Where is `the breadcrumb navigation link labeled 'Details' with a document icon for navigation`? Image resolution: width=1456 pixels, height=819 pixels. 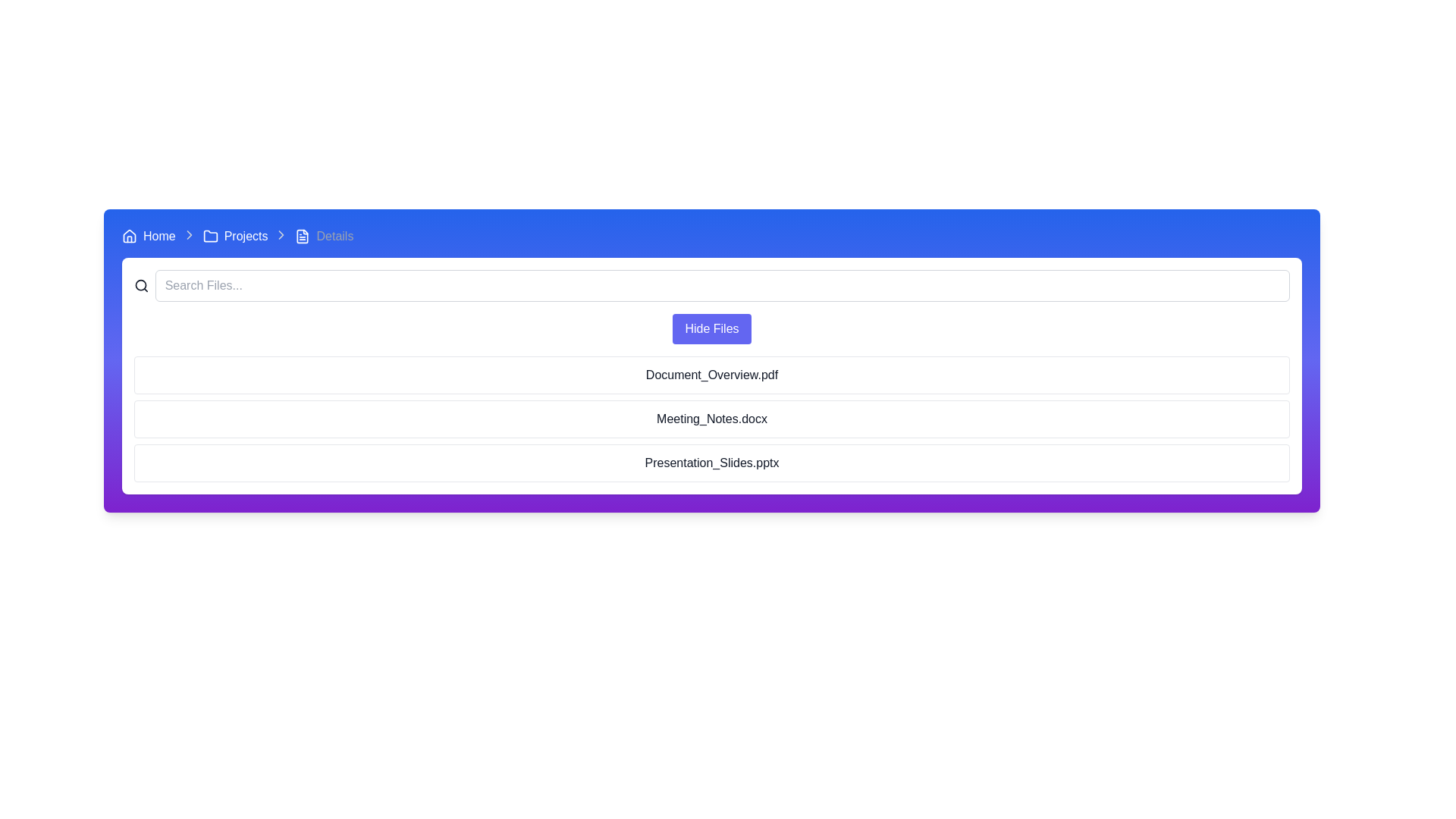 the breadcrumb navigation link labeled 'Details' with a document icon for navigation is located at coordinates (323, 237).